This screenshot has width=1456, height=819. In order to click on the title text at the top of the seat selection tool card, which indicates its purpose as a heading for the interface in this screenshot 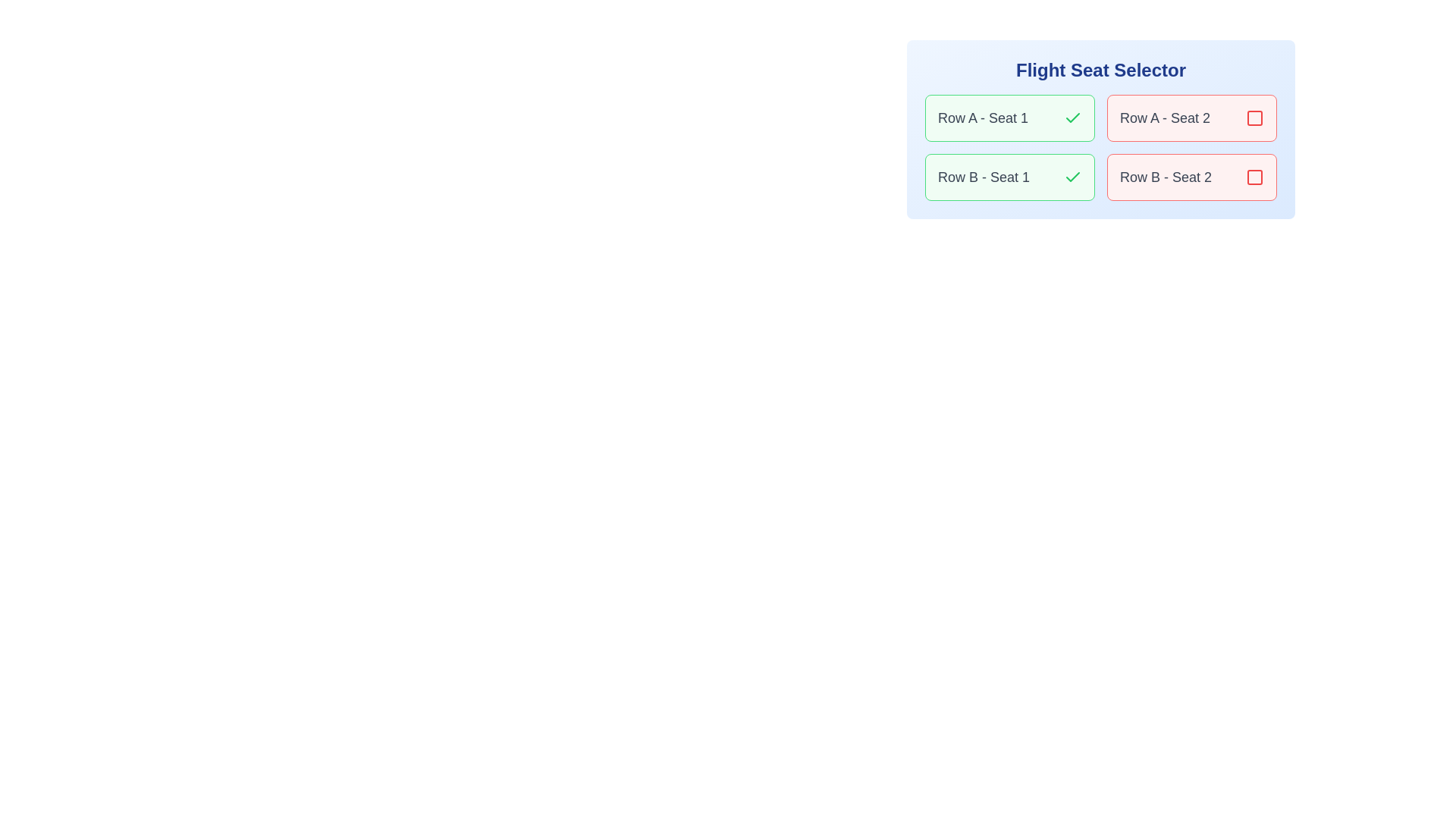, I will do `click(1100, 70)`.